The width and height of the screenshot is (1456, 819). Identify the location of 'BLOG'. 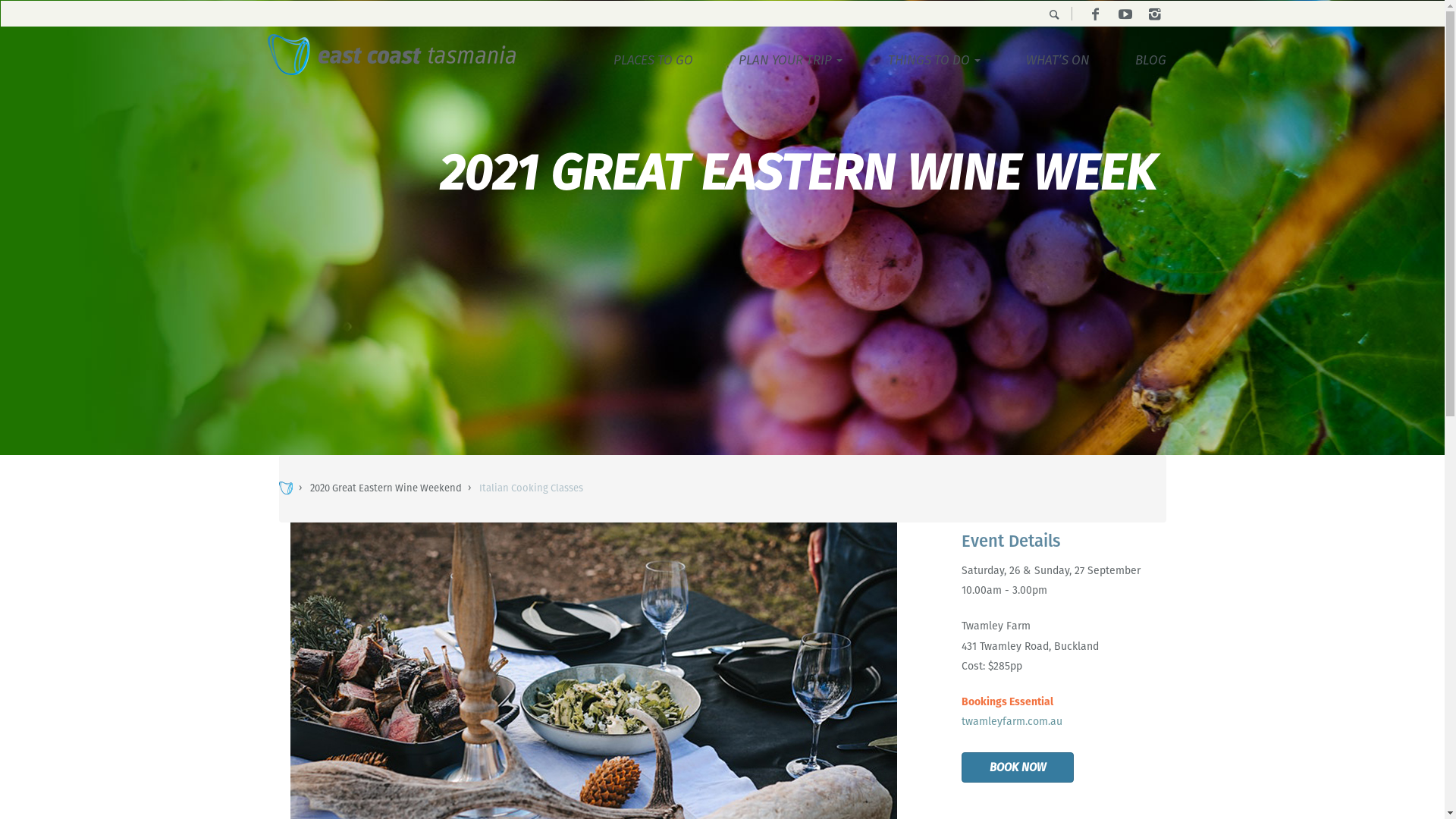
(1111, 58).